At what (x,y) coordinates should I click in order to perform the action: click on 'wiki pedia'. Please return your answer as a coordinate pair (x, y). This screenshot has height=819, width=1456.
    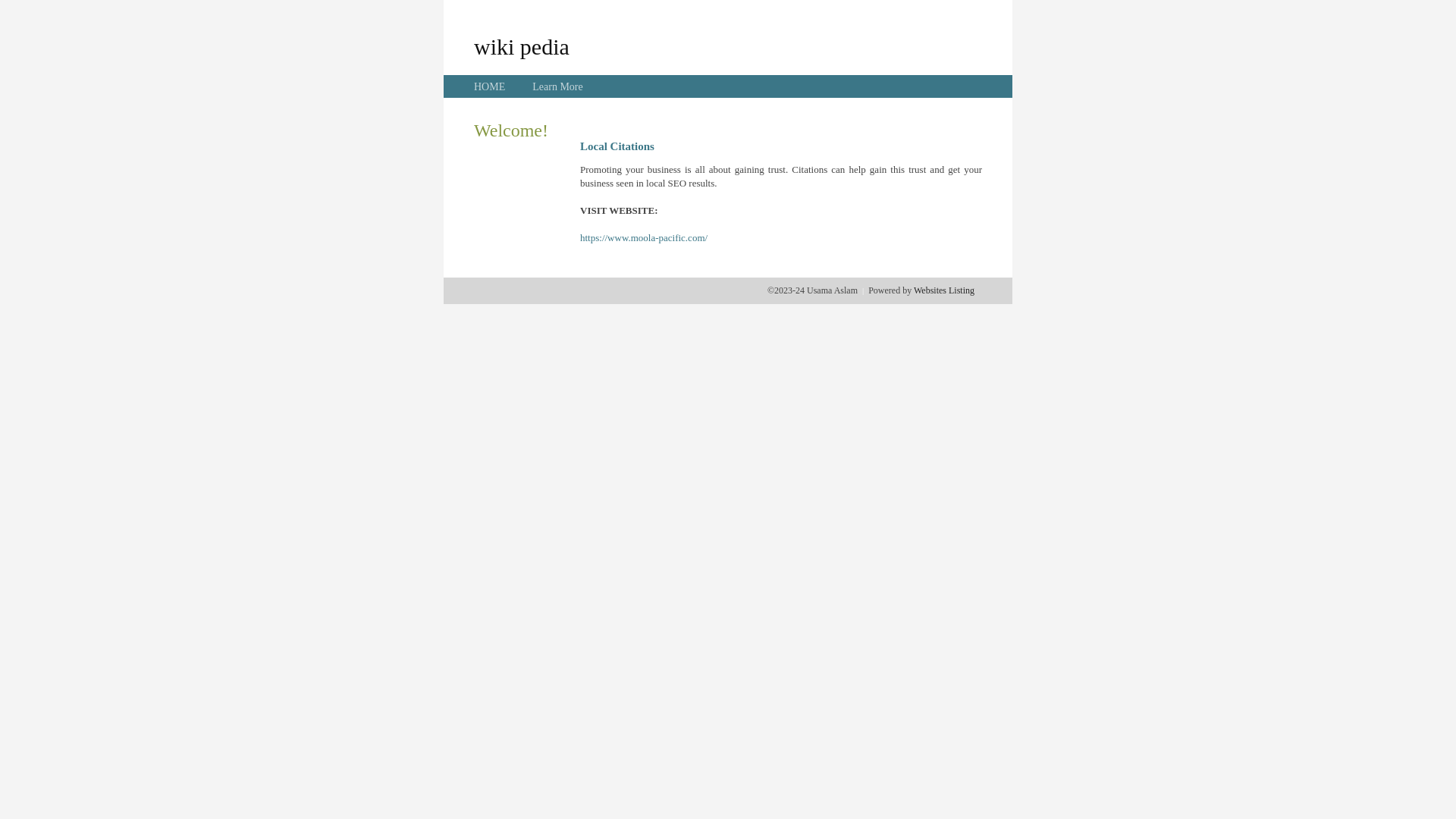
    Looking at the image, I should click on (521, 45).